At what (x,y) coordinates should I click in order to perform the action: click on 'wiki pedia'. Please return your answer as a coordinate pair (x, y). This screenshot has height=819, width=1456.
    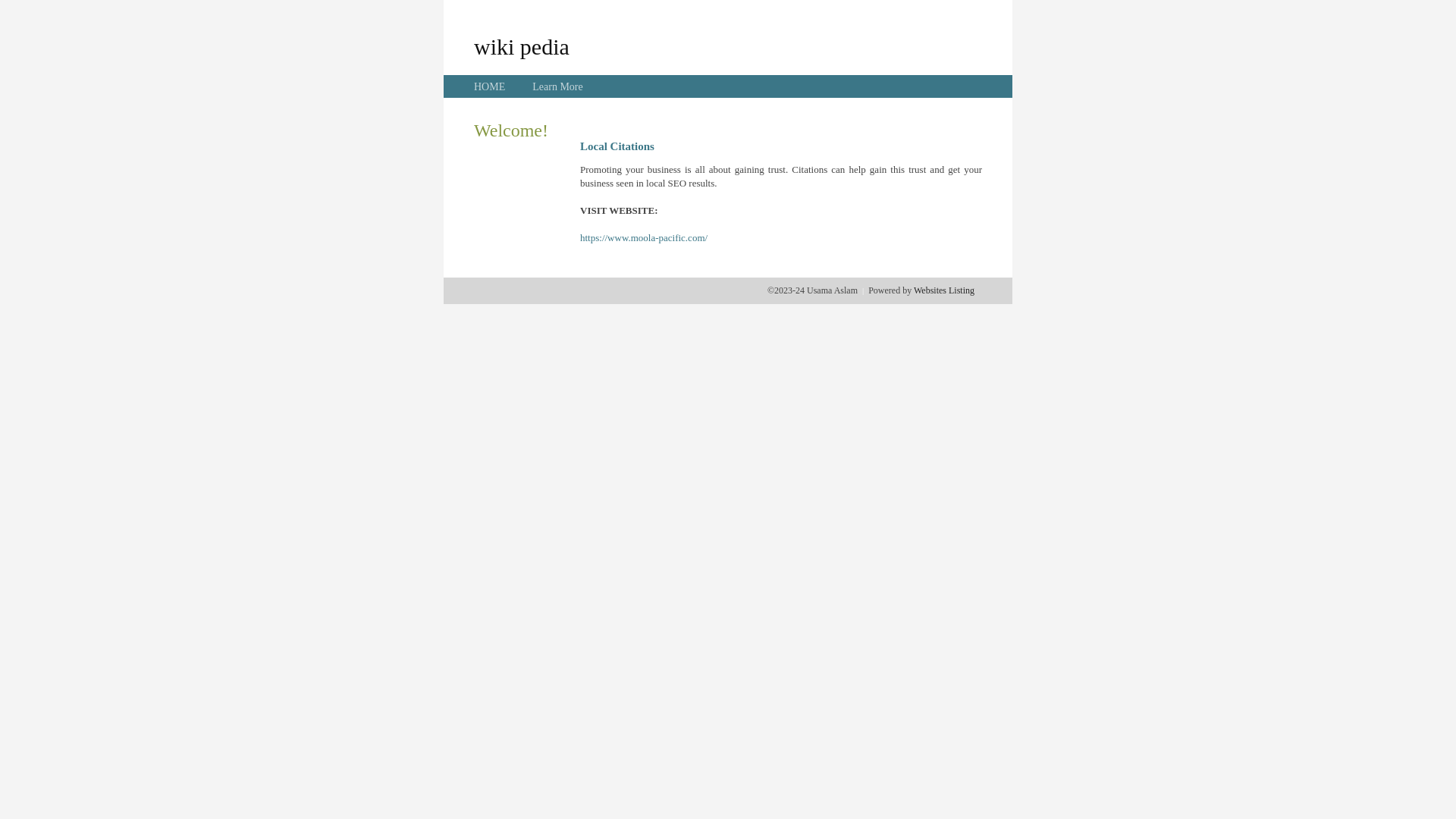
    Looking at the image, I should click on (521, 45).